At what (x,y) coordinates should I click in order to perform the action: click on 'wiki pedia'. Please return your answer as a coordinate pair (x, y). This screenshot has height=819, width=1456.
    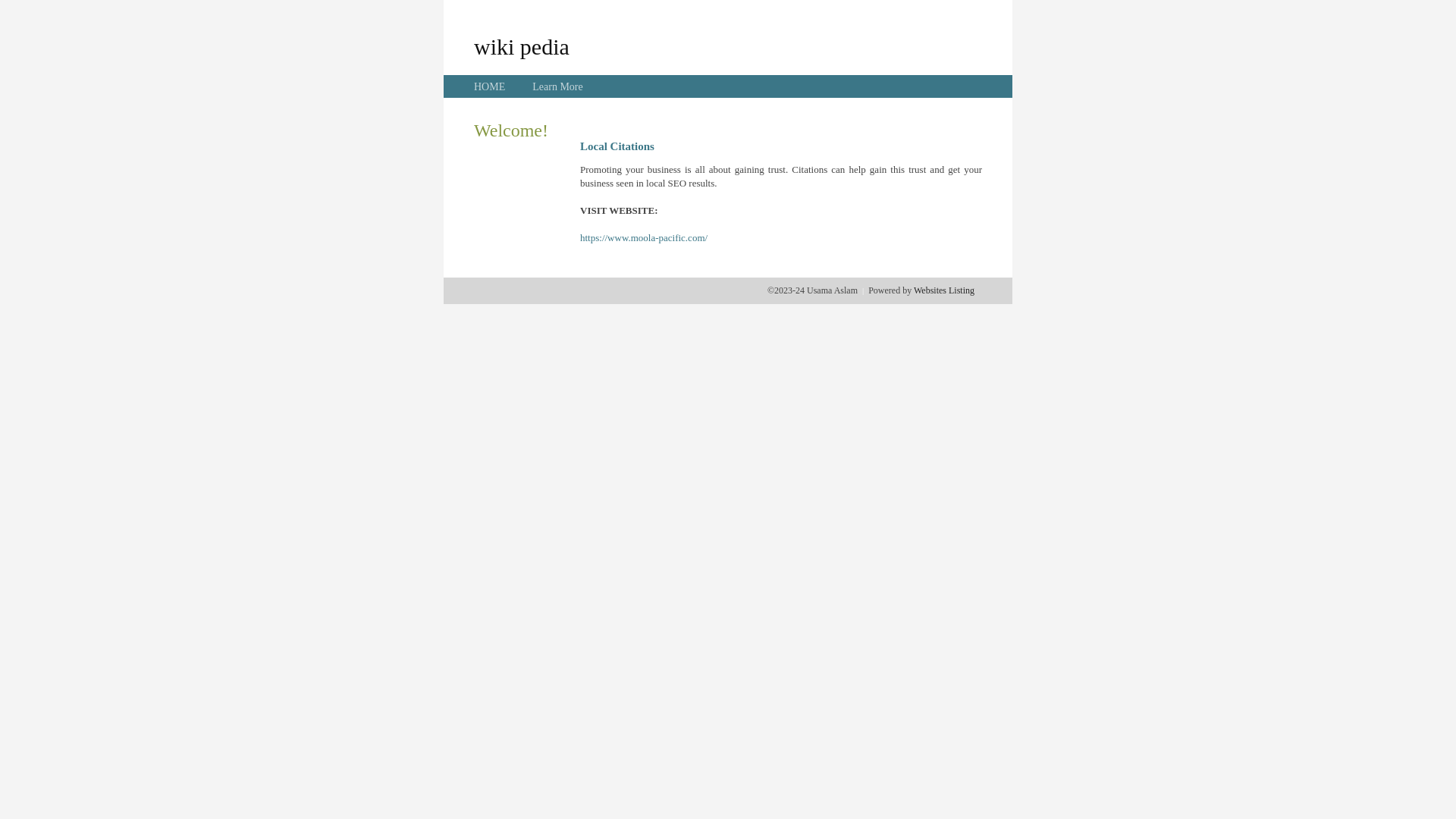
    Looking at the image, I should click on (521, 45).